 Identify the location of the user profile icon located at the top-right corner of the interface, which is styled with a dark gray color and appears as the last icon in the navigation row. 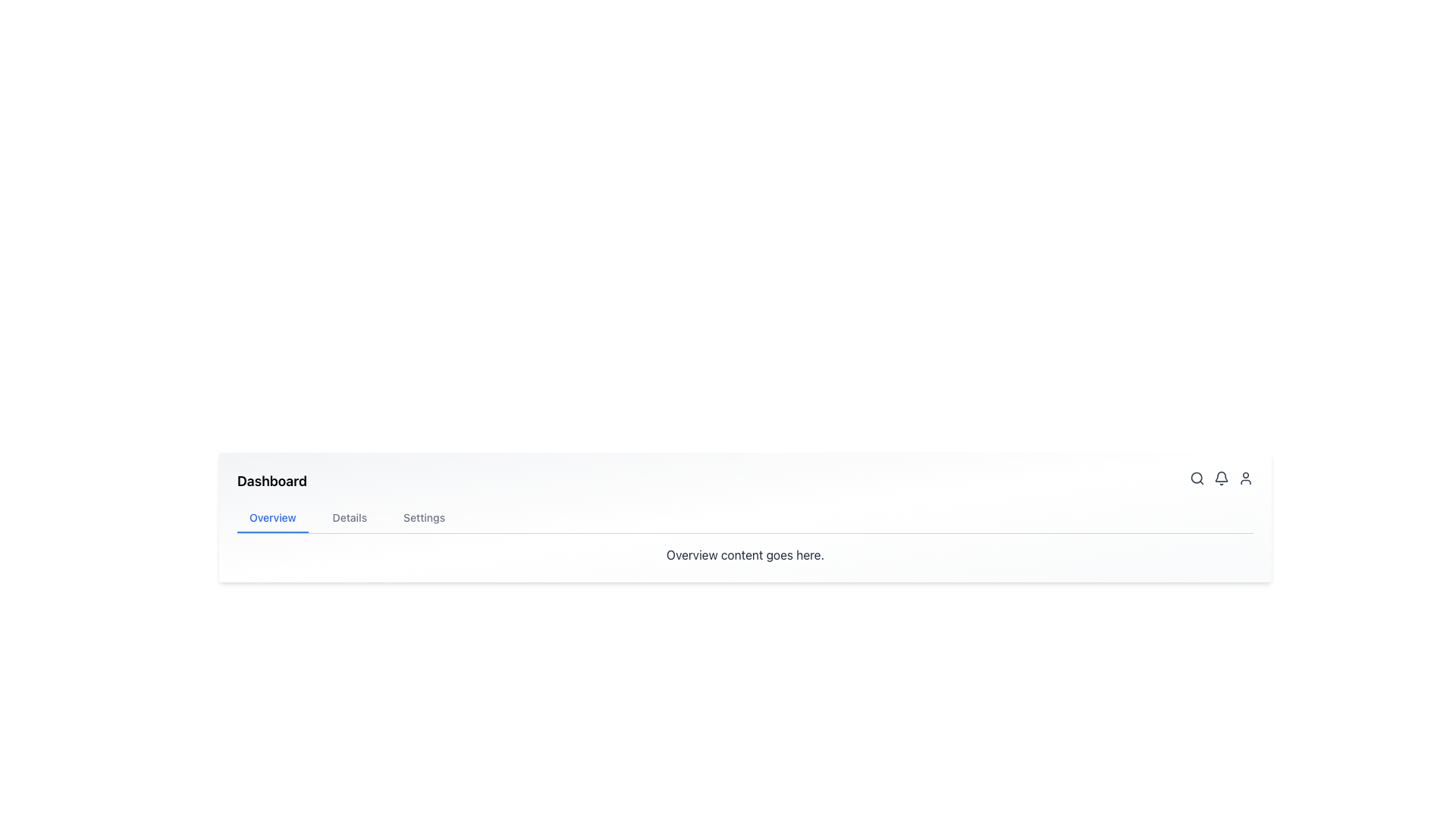
(1245, 479).